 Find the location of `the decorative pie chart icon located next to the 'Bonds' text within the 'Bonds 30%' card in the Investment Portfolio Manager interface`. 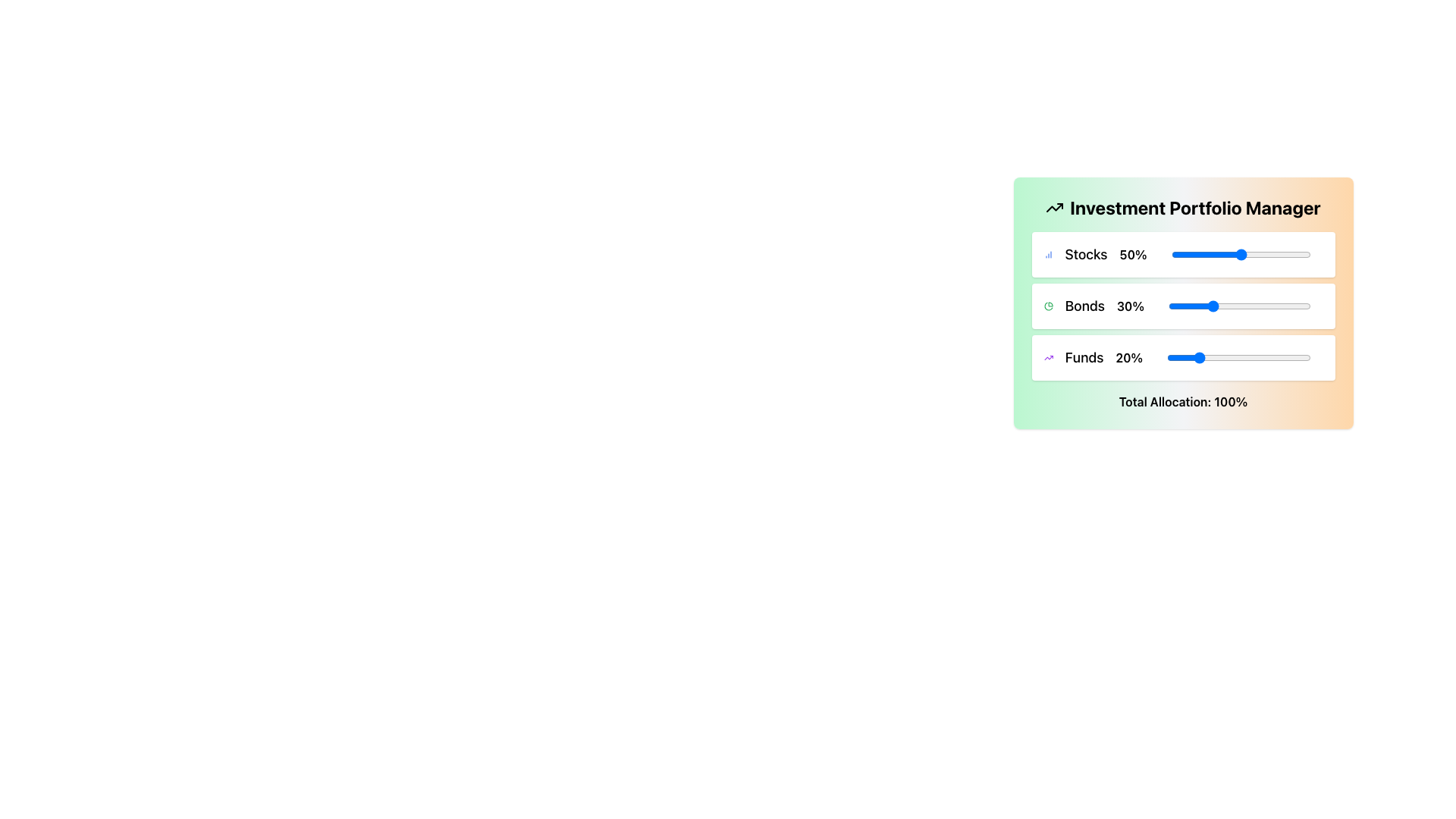

the decorative pie chart icon located next to the 'Bonds' text within the 'Bonds 30%' card in the Investment Portfolio Manager interface is located at coordinates (1047, 306).